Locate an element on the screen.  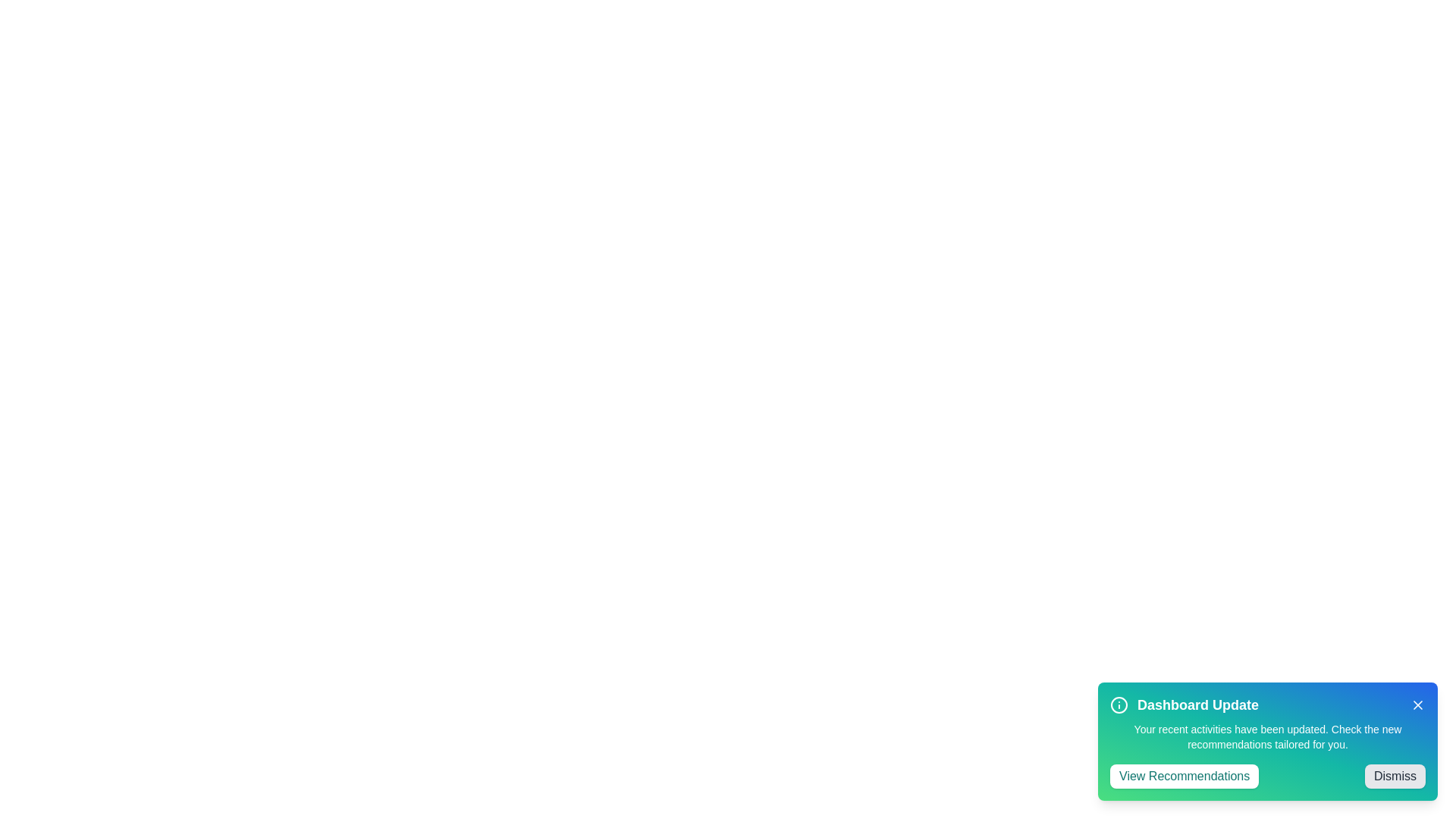
the close button to dismiss the alert is located at coordinates (1417, 704).